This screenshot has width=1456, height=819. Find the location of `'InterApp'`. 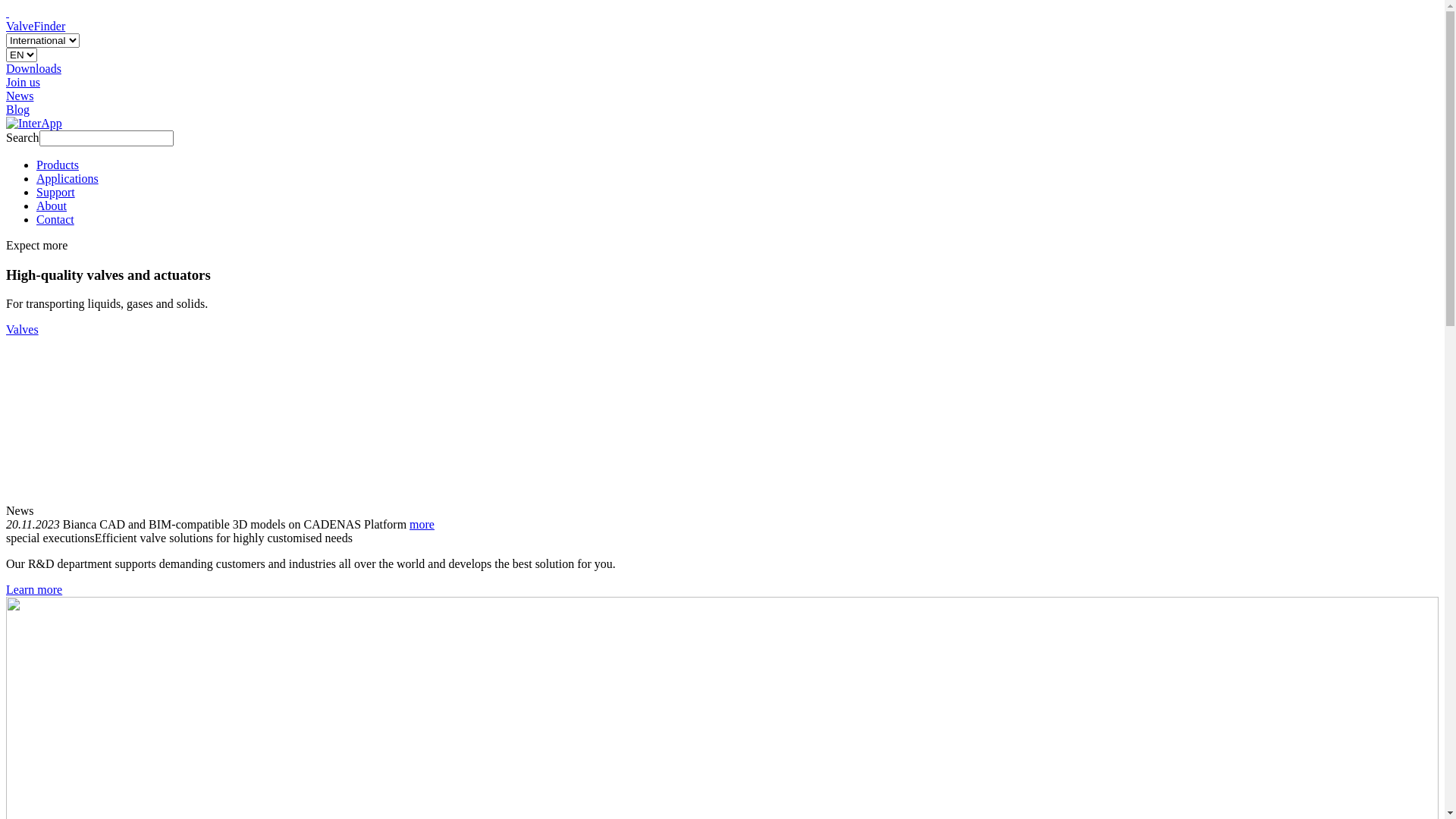

'InterApp' is located at coordinates (33, 122).